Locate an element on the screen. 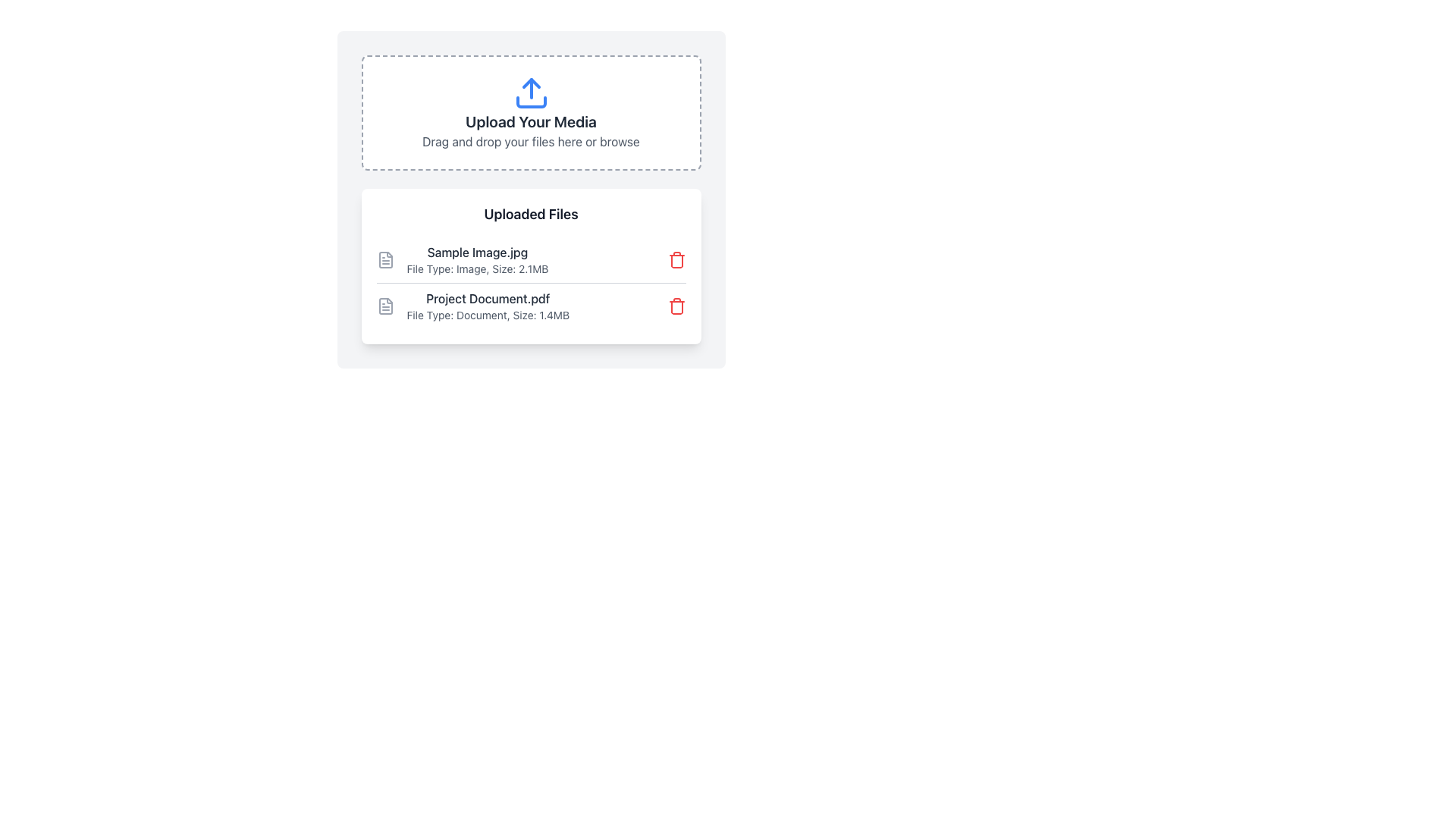 Image resolution: width=1456 pixels, height=819 pixels. text label displaying the file's name, type, and size, which is the first entry in the 'Uploaded Files' section, located above 'Project Document.pdf.' is located at coordinates (476, 259).